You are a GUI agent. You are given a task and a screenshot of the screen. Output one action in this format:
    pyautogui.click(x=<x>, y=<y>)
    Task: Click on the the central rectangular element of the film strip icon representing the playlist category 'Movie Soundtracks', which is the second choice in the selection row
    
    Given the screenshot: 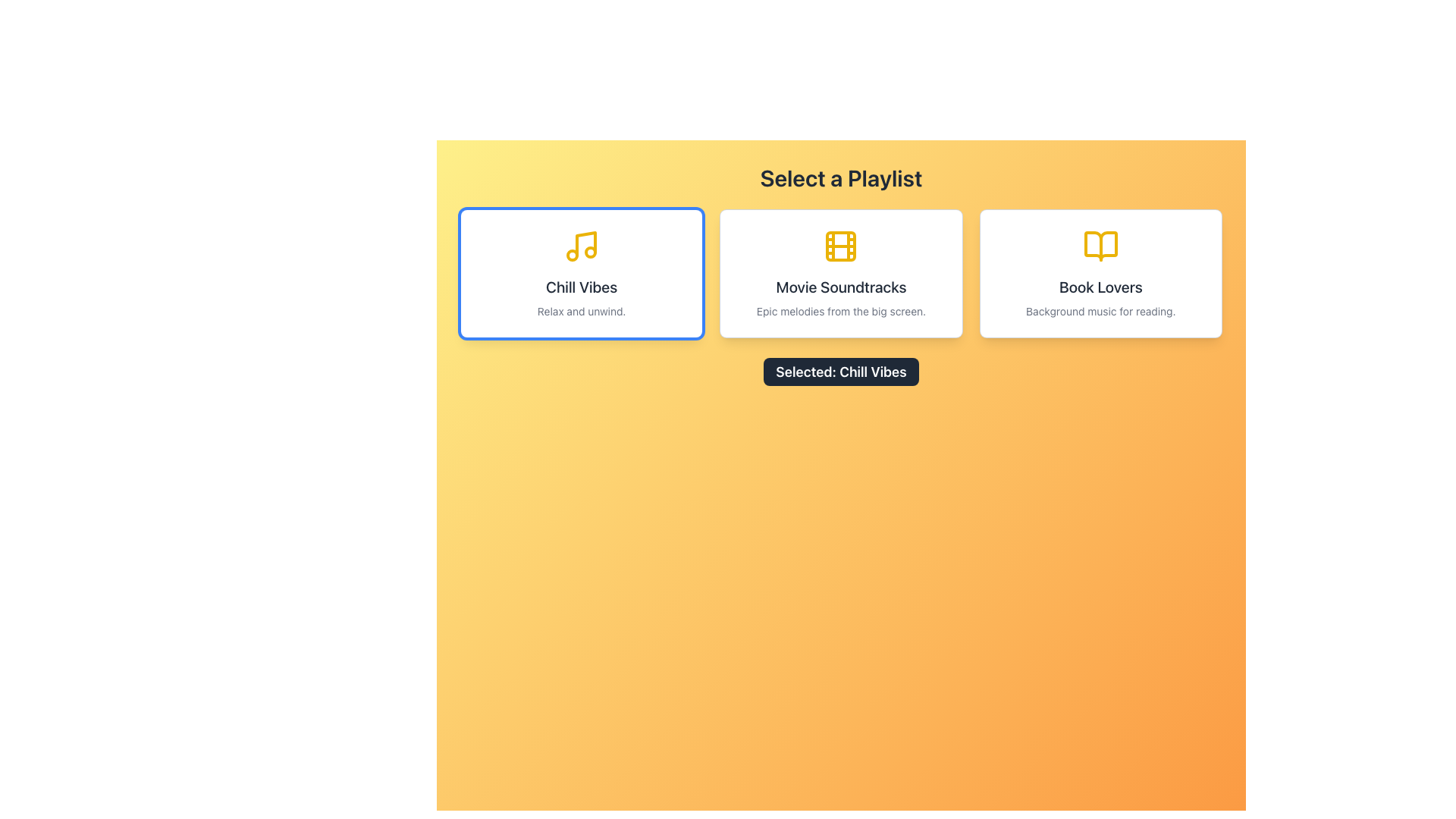 What is the action you would take?
    pyautogui.click(x=840, y=245)
    